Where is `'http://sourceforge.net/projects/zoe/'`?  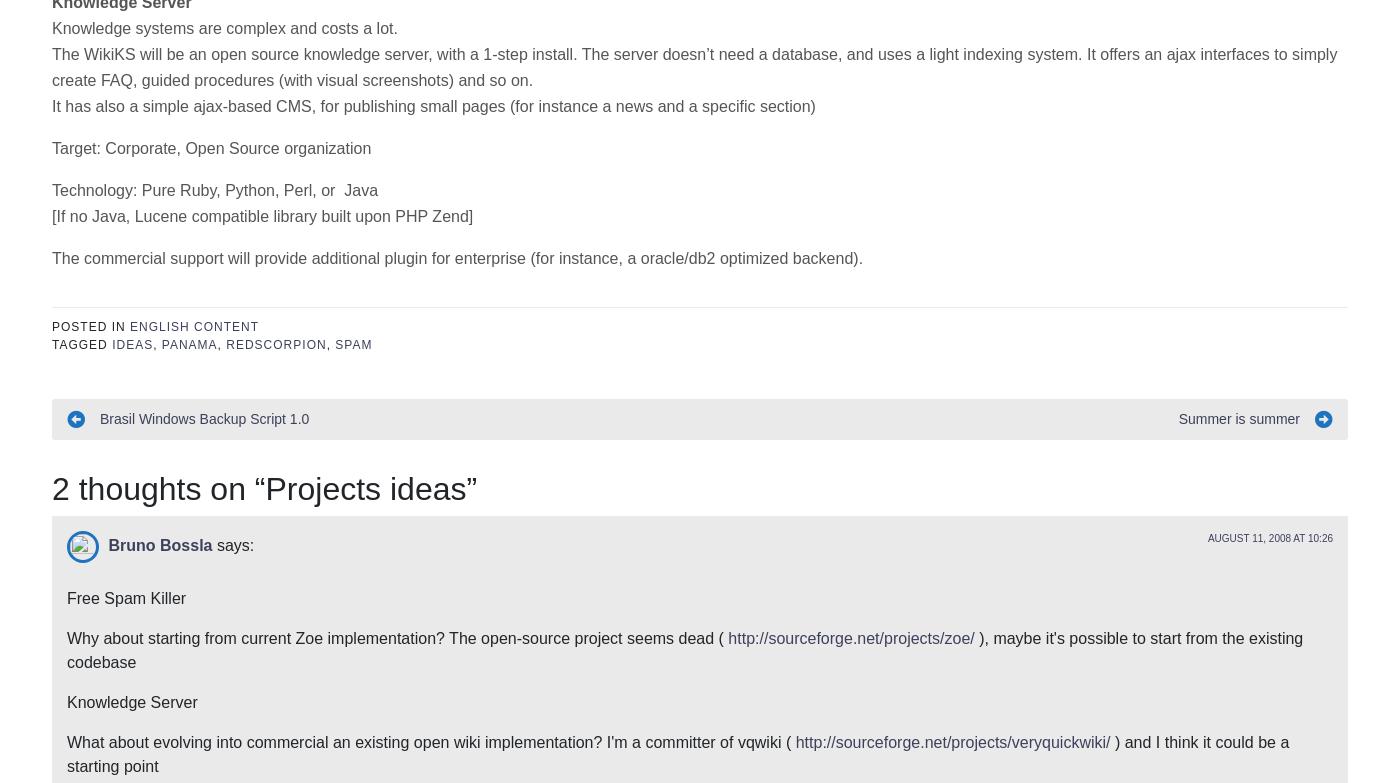 'http://sourceforge.net/projects/zoe/' is located at coordinates (851, 339).